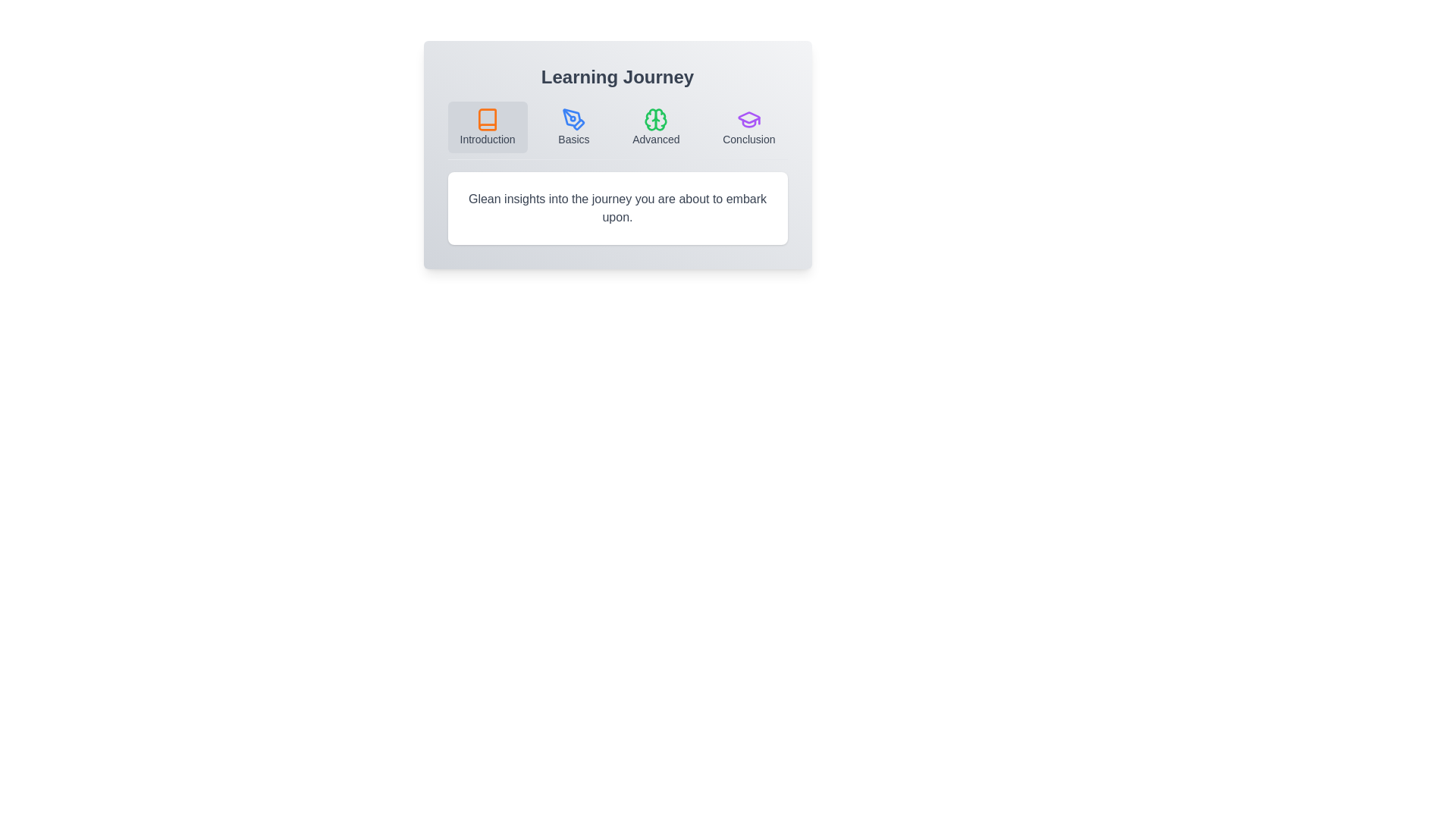 This screenshot has width=1456, height=819. Describe the element at coordinates (617, 77) in the screenshot. I see `the title 'Learning Journey'` at that location.